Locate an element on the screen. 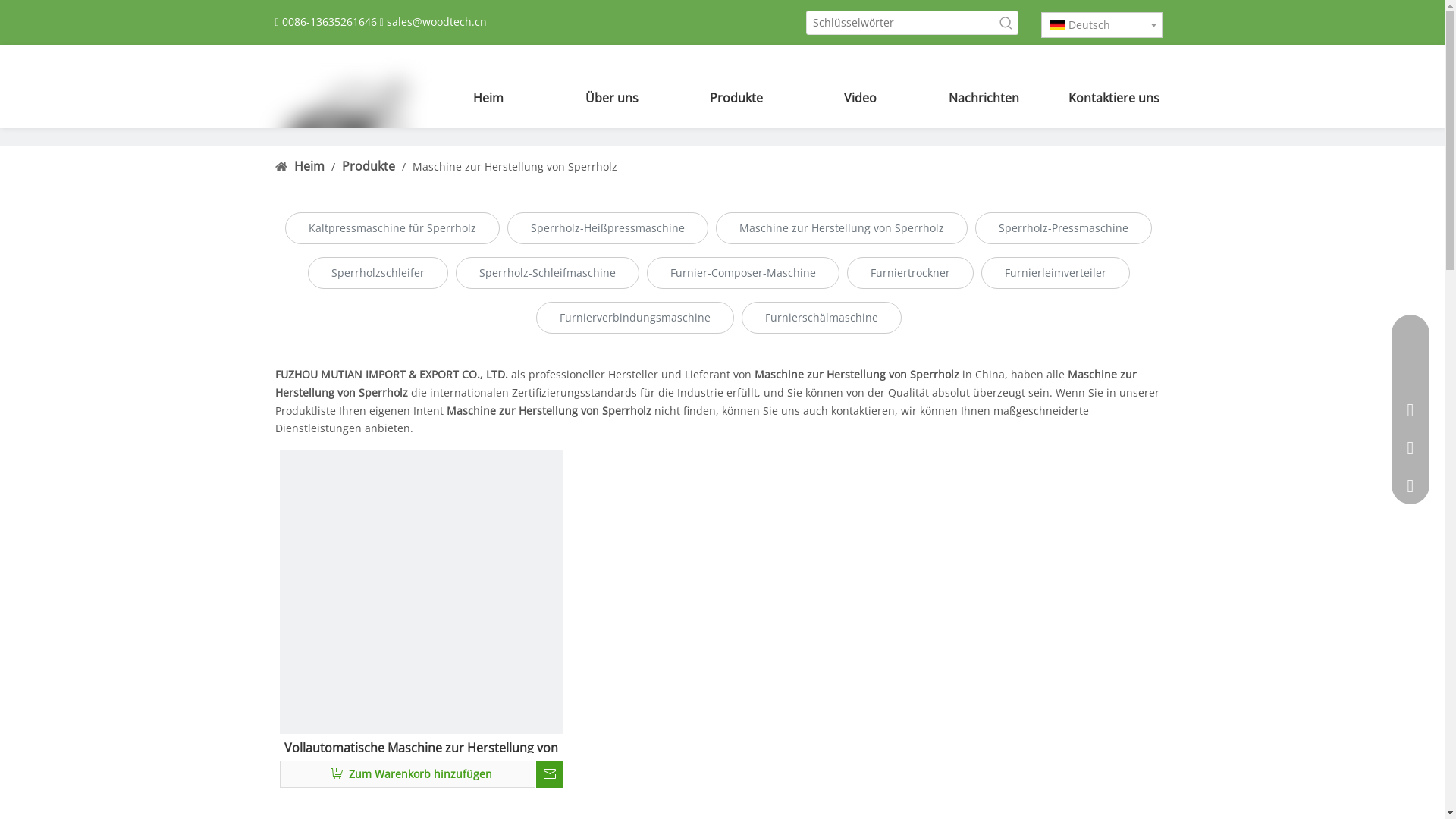  'sales@woodtech.cn' is located at coordinates (436, 21).